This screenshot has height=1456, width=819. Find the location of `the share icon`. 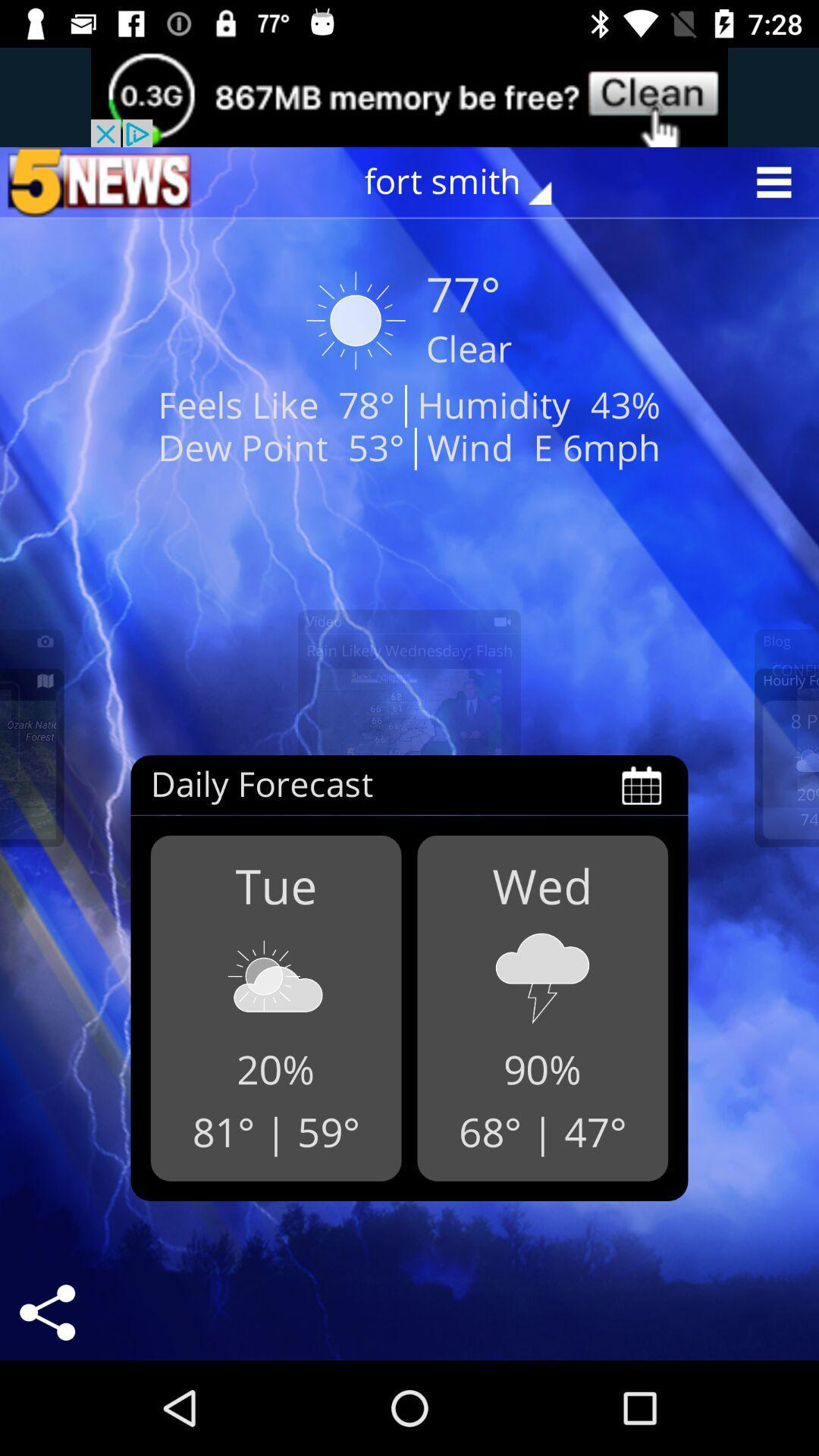

the share icon is located at coordinates (46, 1312).